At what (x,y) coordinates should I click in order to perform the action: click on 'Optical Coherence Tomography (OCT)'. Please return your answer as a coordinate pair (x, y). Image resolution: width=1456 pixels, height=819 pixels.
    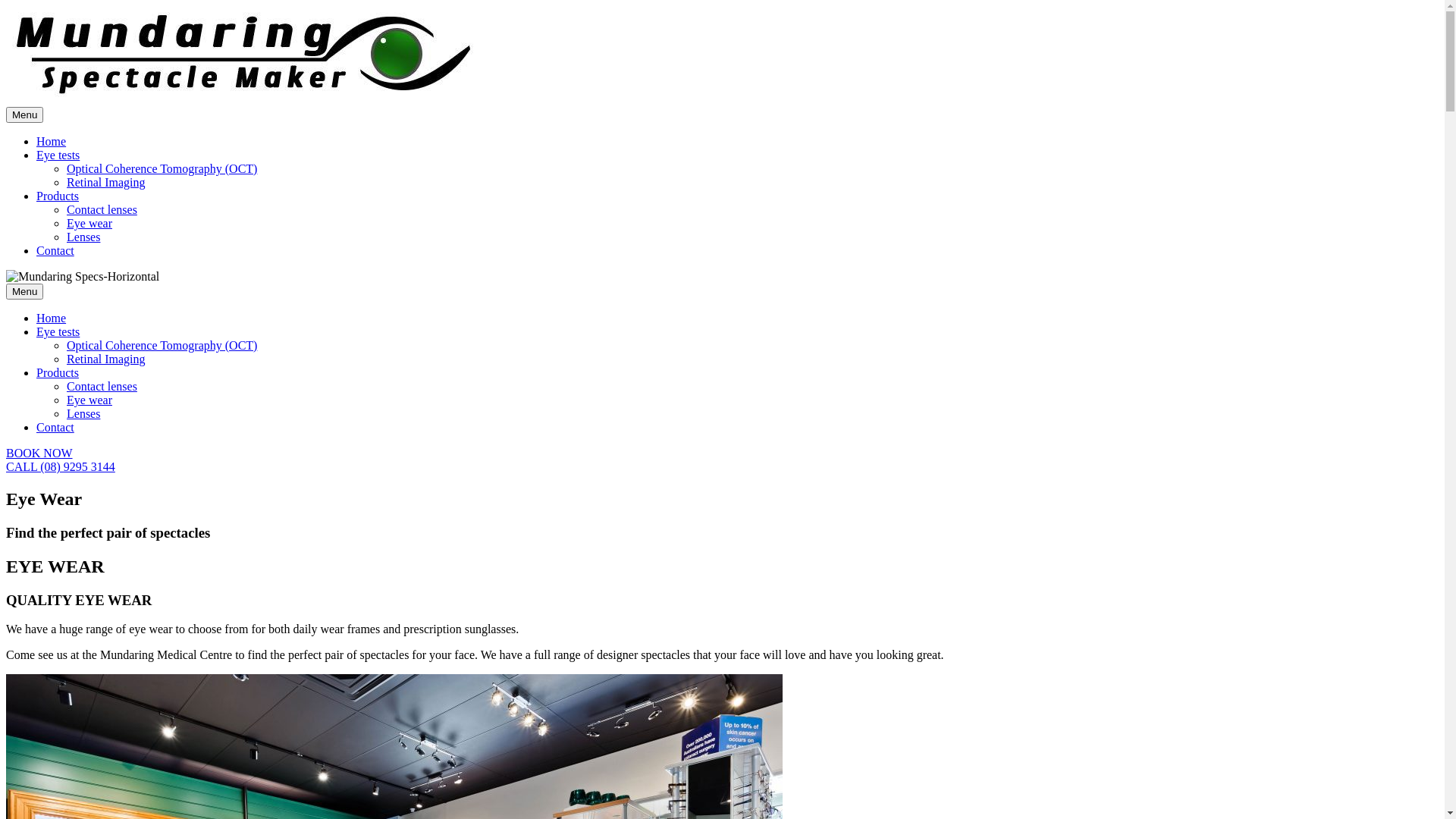
    Looking at the image, I should click on (162, 345).